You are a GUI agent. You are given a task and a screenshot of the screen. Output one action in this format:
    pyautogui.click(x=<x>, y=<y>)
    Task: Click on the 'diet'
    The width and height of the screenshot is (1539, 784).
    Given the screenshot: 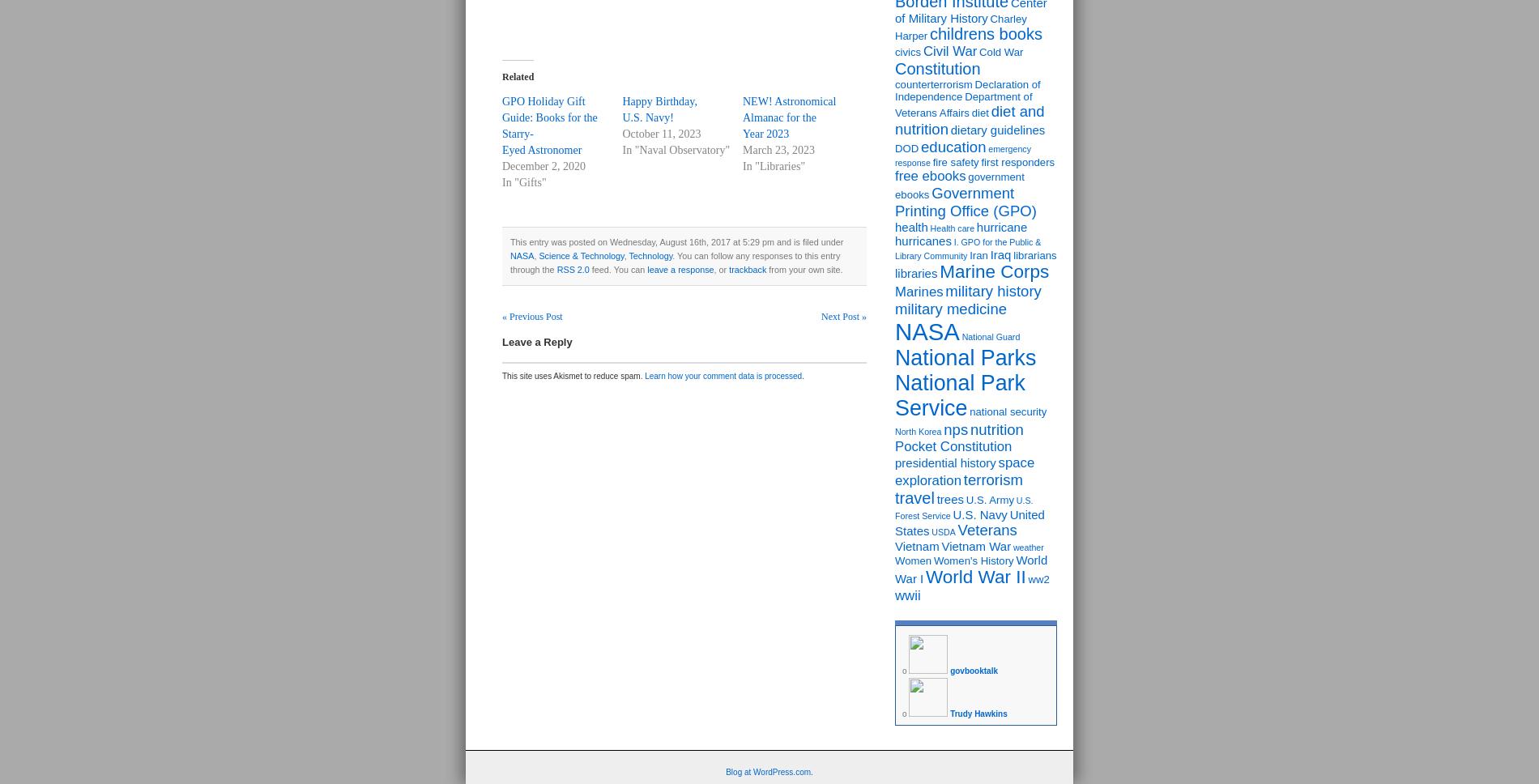 What is the action you would take?
    pyautogui.click(x=978, y=112)
    